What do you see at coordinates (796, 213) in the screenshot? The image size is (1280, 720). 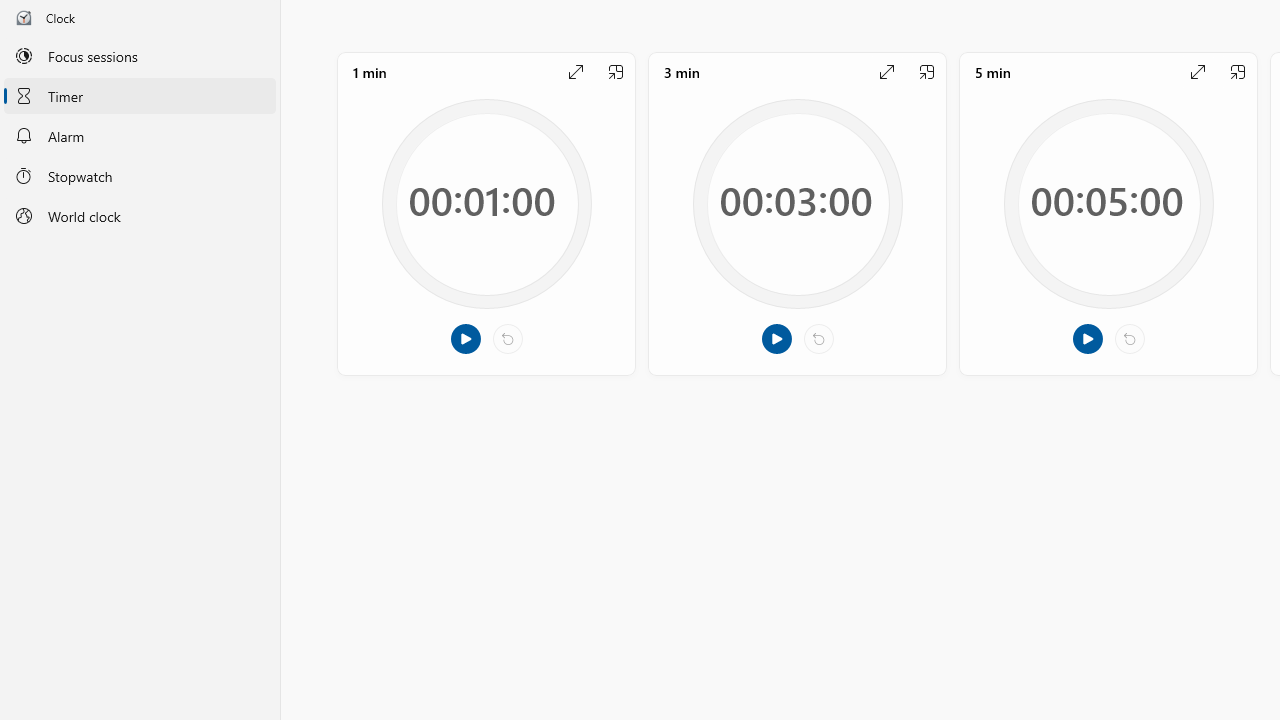 I see `'Edit timer, 3 min, Not Started, 3 minutes 0 seconds'` at bounding box center [796, 213].